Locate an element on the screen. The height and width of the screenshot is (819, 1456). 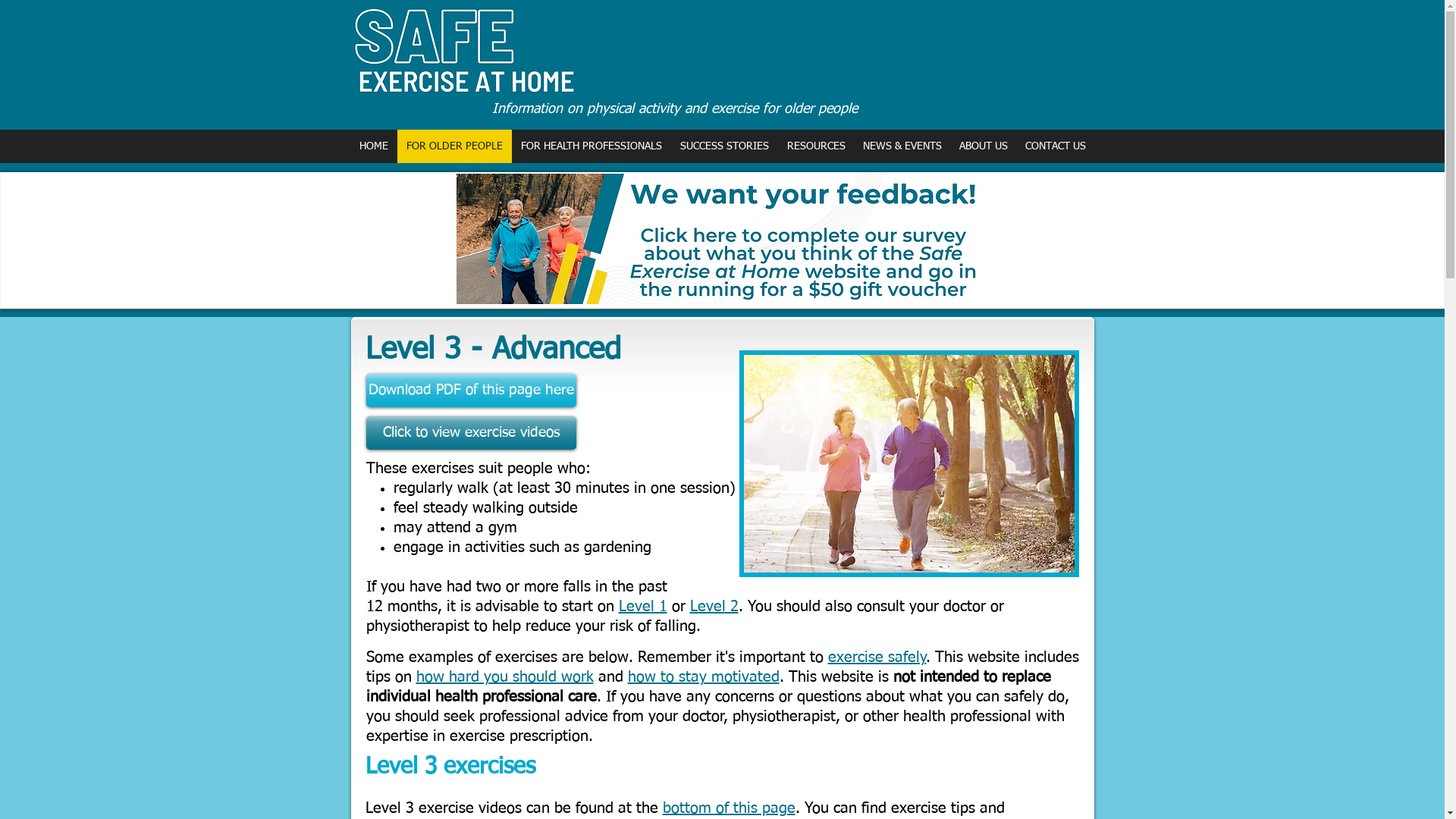
'ABOUT US' is located at coordinates (982, 146).